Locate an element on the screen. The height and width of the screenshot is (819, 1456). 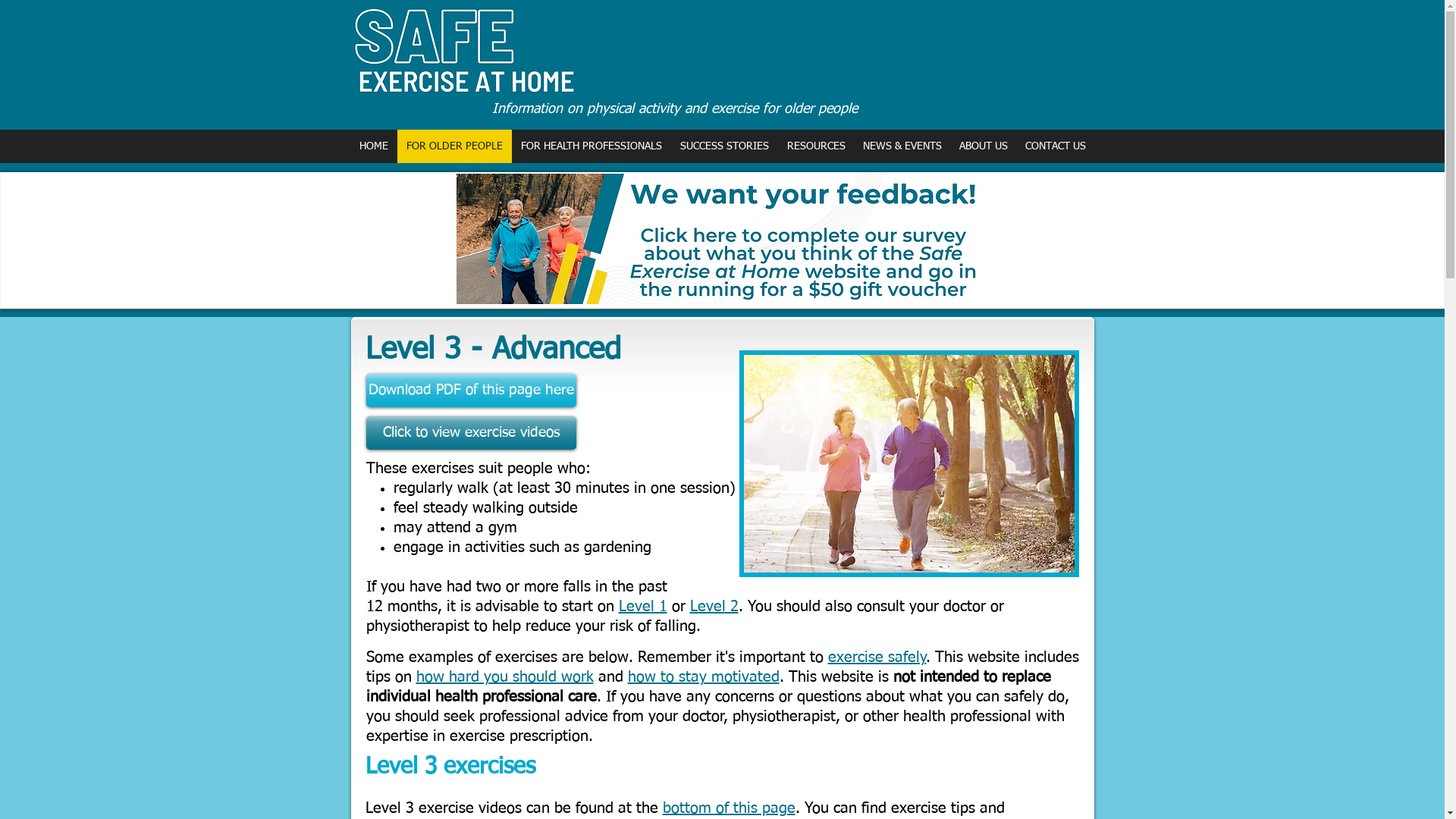
'ABOUT US' is located at coordinates (982, 146).